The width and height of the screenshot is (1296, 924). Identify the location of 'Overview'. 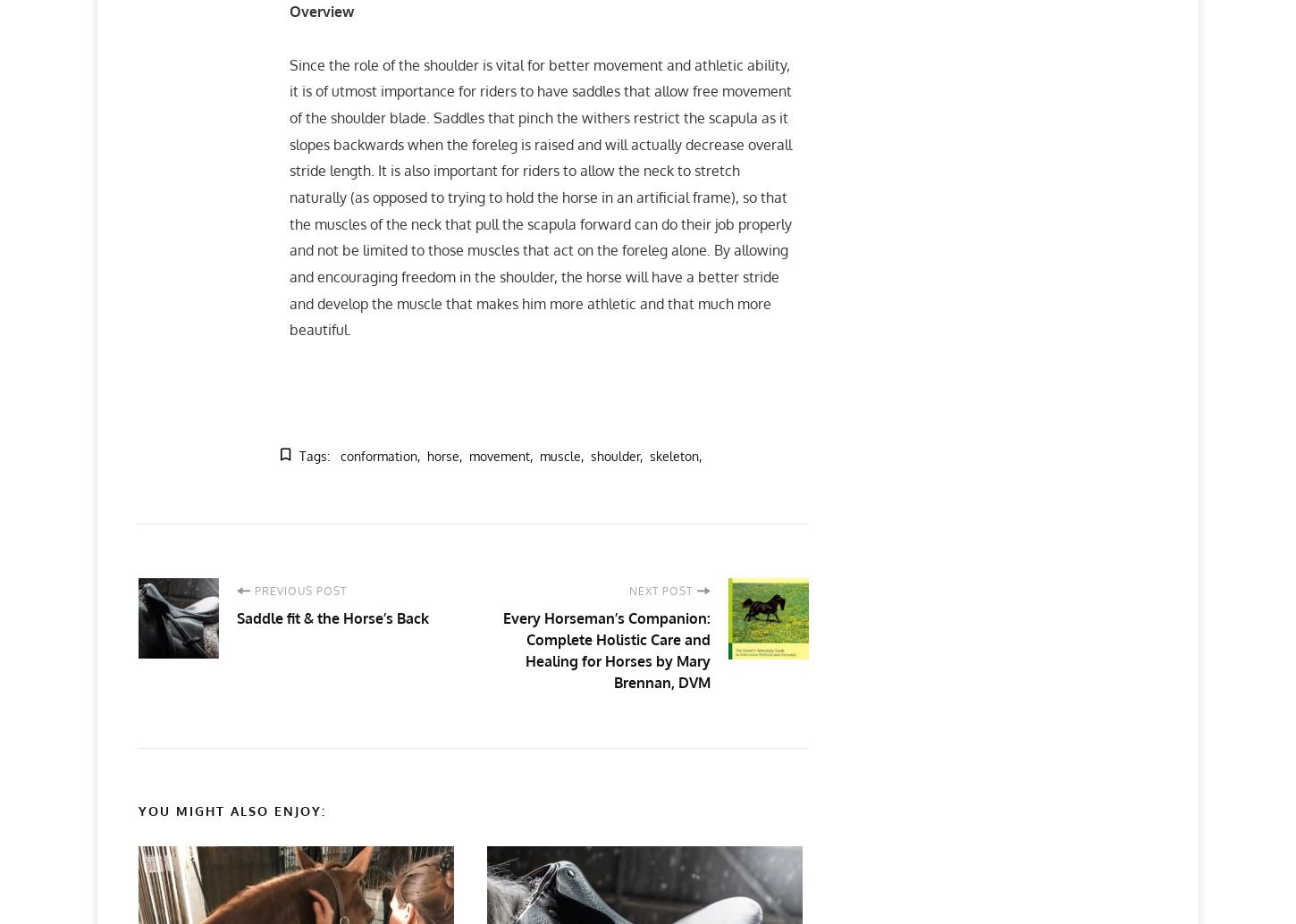
(289, 10).